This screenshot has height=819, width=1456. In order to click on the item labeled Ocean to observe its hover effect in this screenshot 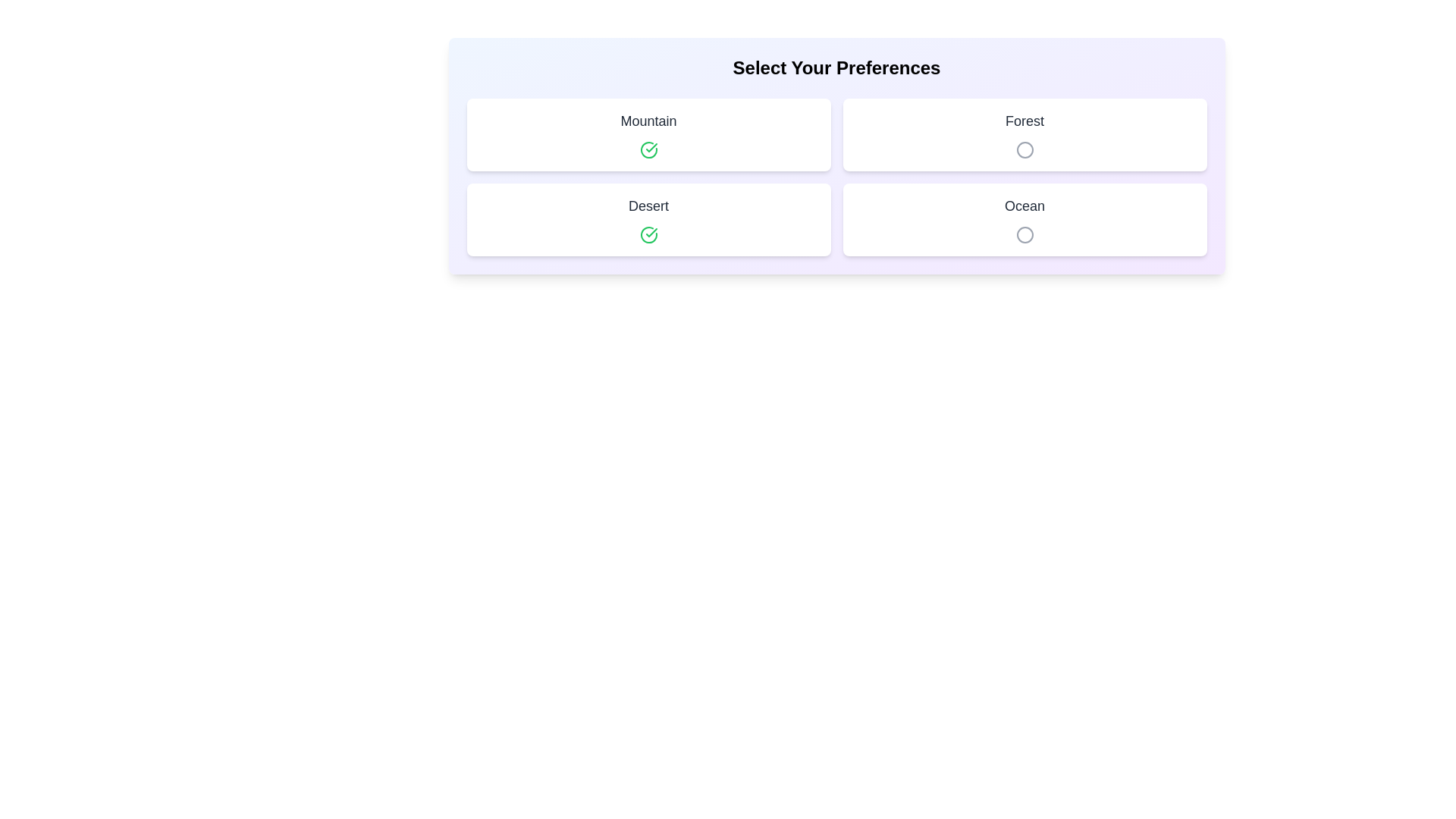, I will do `click(1025, 219)`.